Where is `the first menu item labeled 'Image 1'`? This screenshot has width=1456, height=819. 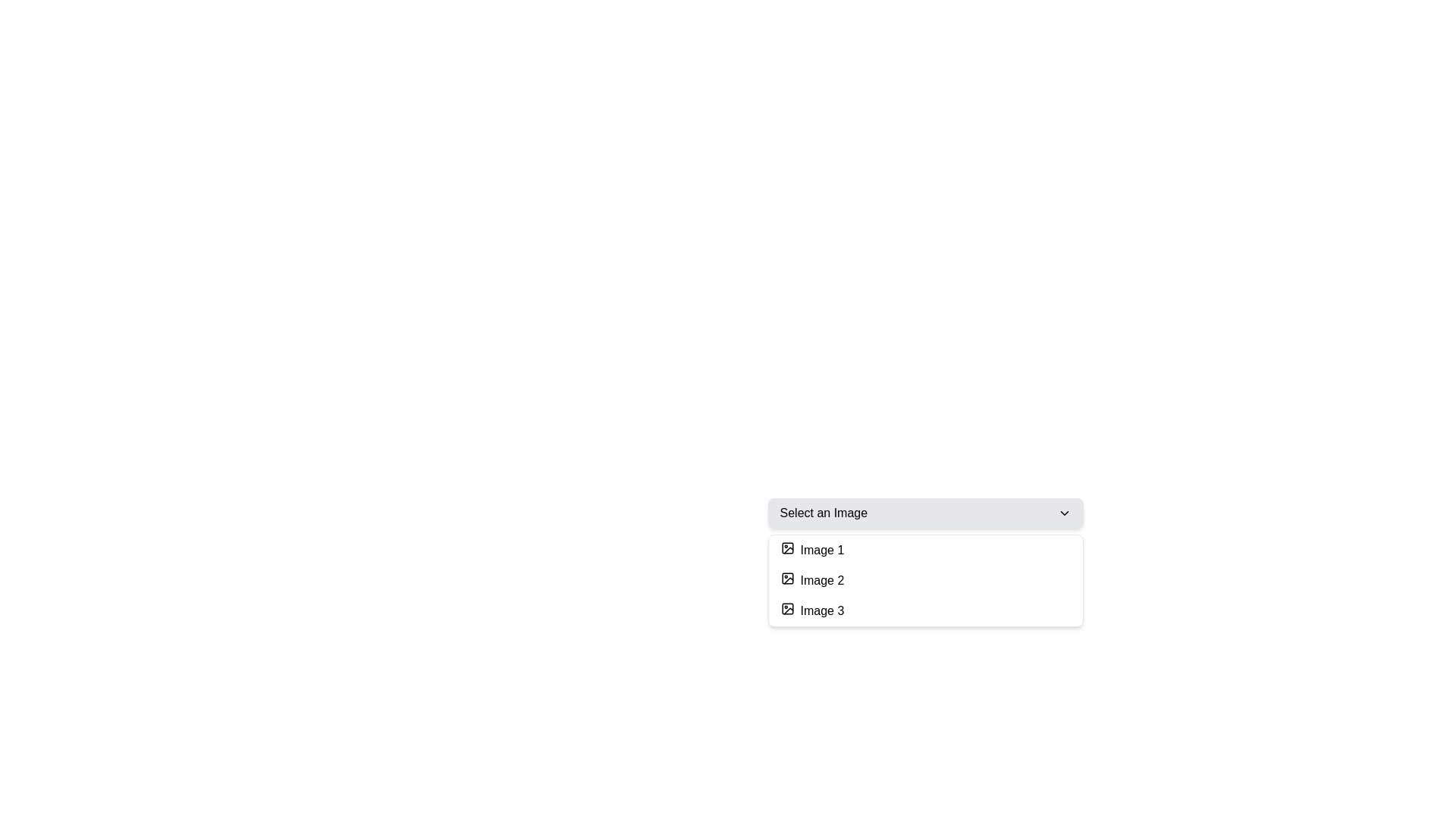 the first menu item labeled 'Image 1' is located at coordinates (924, 550).